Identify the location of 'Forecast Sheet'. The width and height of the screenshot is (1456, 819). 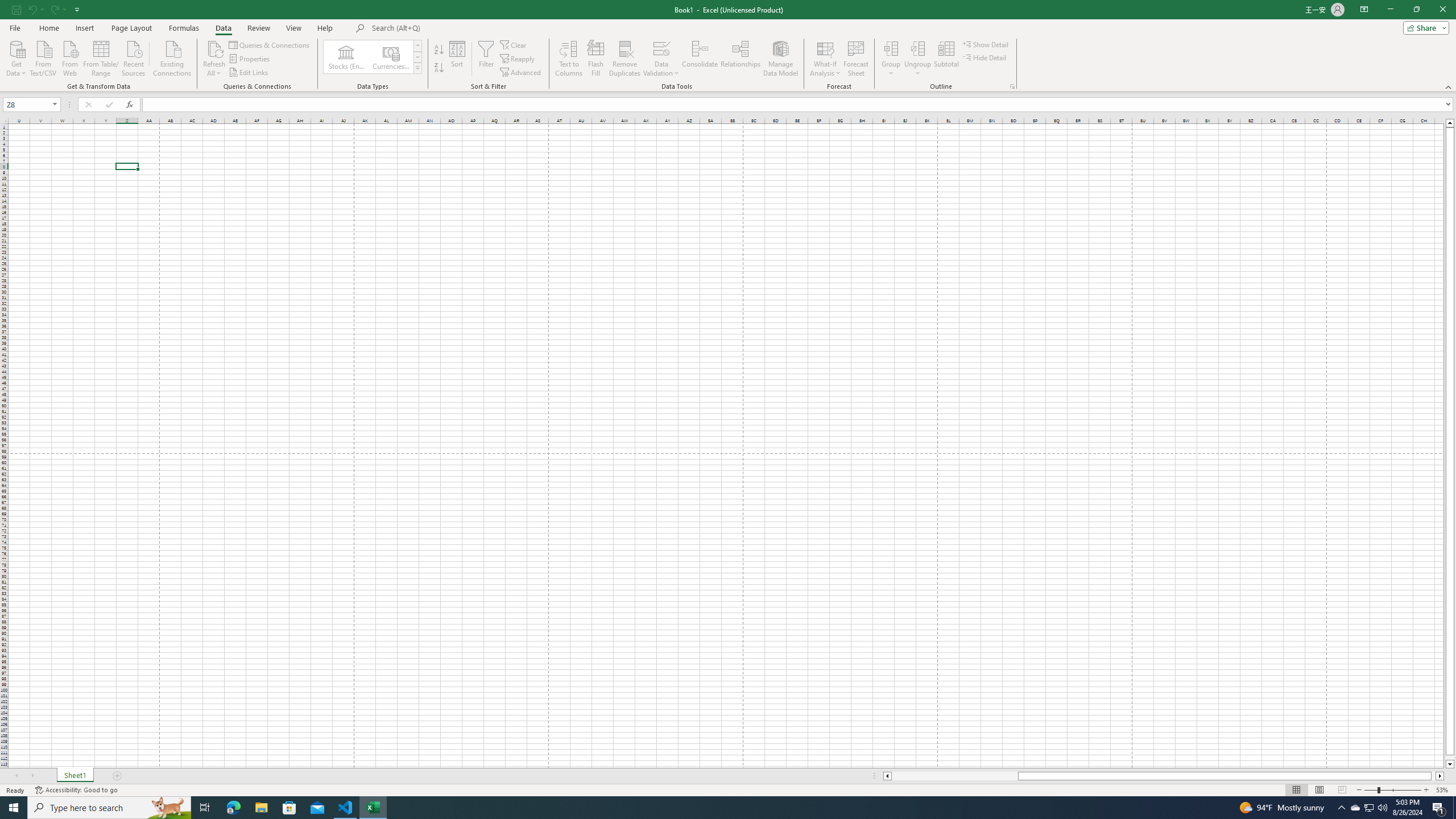
(856, 59).